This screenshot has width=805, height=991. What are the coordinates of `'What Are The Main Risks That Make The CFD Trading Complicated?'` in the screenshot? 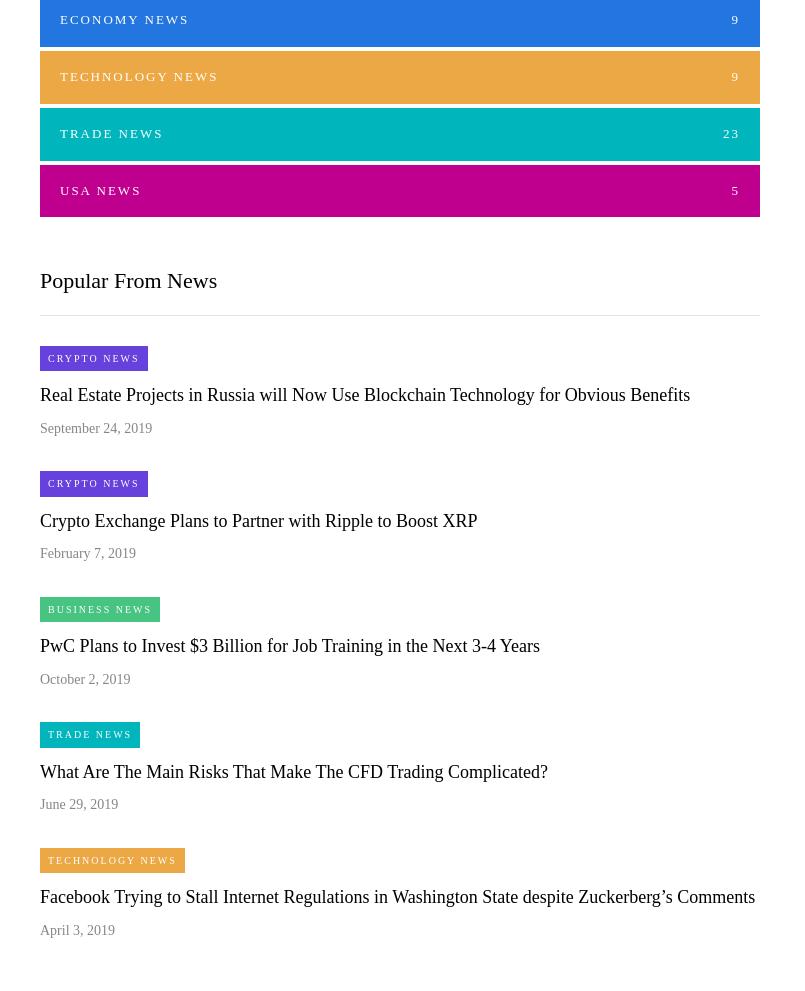 It's located at (292, 770).